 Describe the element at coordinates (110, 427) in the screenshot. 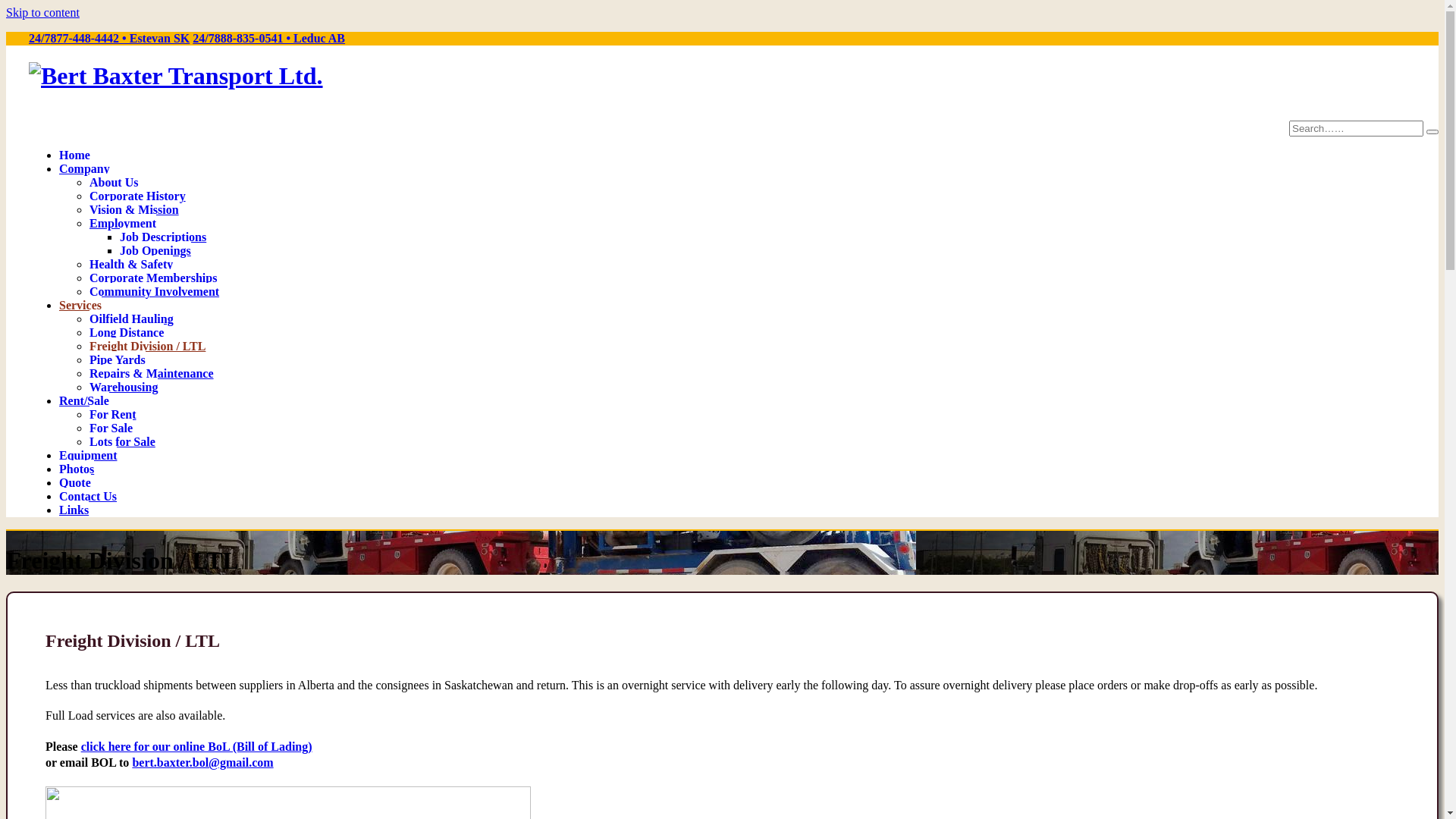

I see `'For Sale'` at that location.